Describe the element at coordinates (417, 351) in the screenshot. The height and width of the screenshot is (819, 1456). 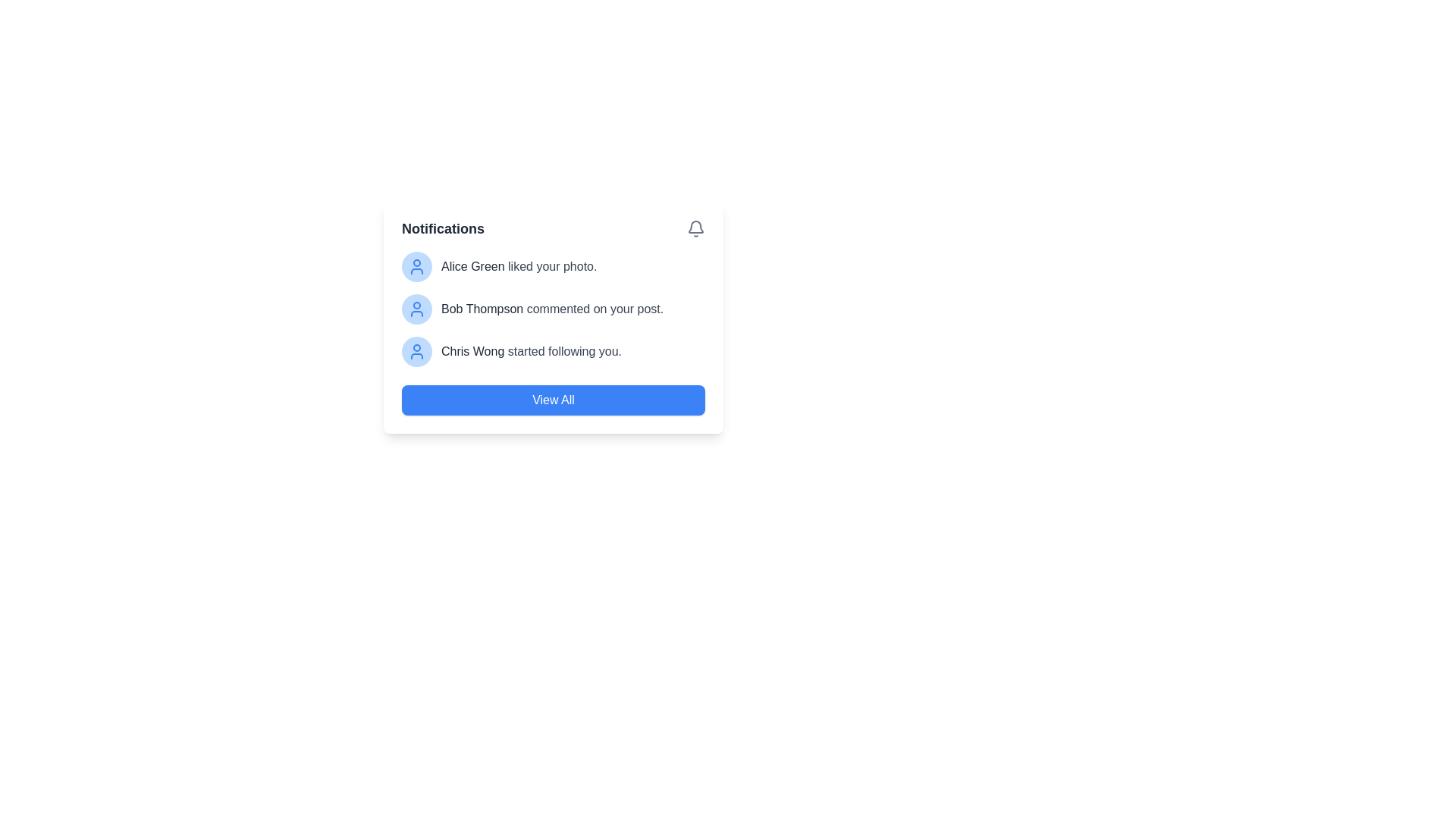
I see `the circular icon with a light blue background and a user silhouette in blue, which represents a placeholder or an avatar, located at the leftmost part of the notification row labeled 'Chris Wong started following you'` at that location.